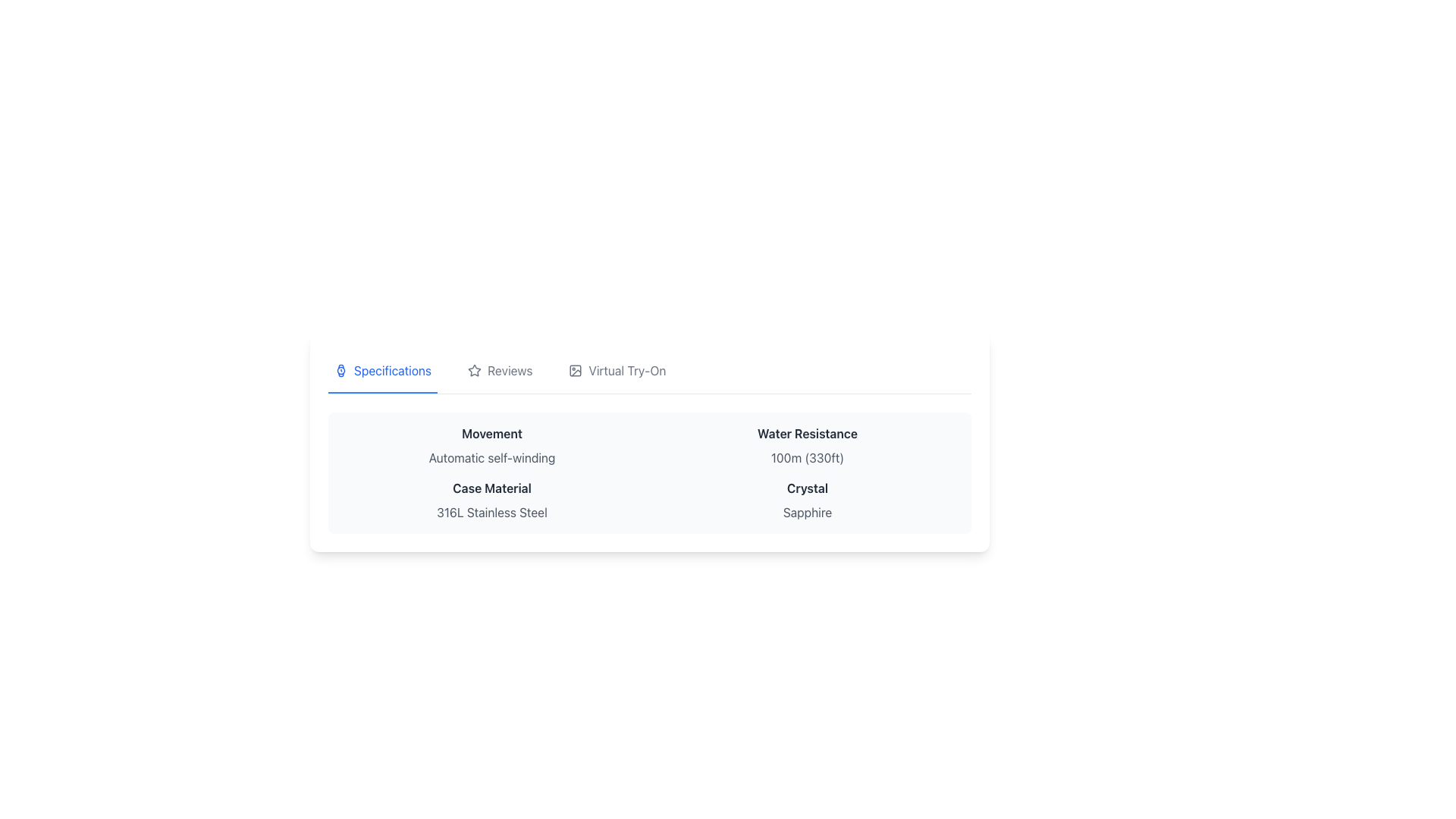 This screenshot has width=1456, height=819. Describe the element at coordinates (474, 370) in the screenshot. I see `the small, hollow five-pointed star icon located in the interactive toolbar at the top of the section` at that location.